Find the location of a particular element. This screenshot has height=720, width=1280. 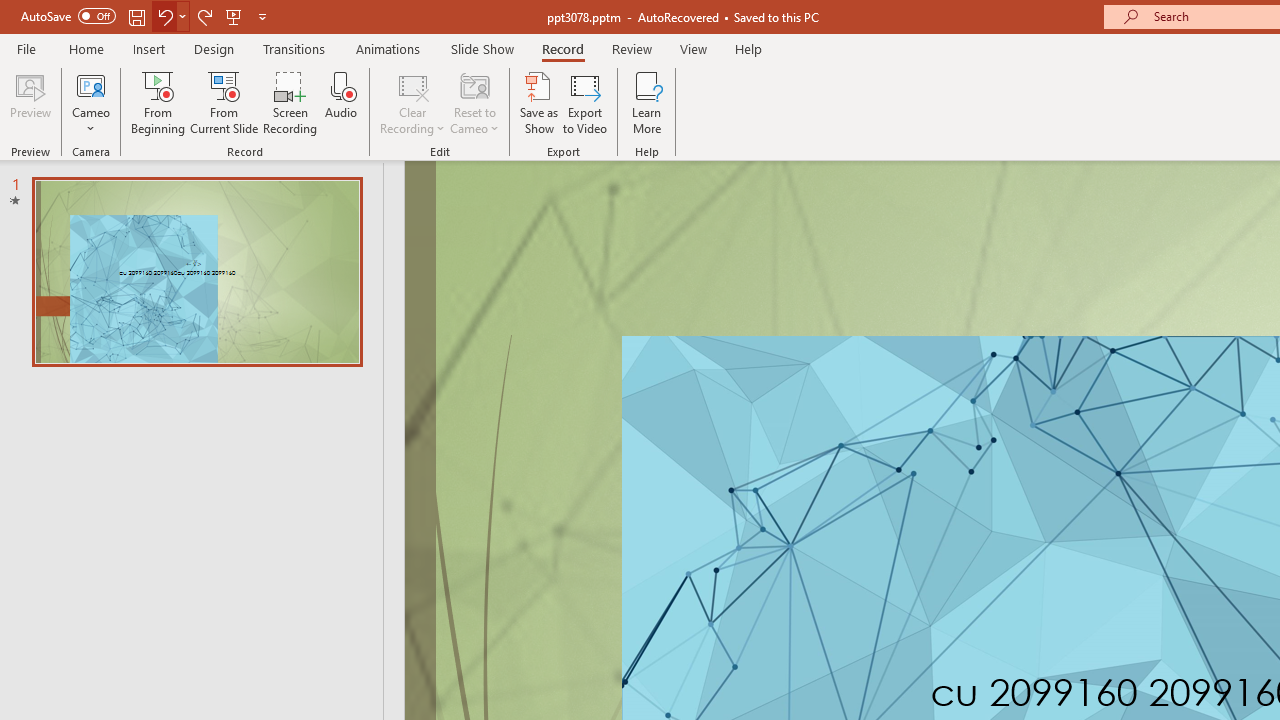

'Reset to Cameo' is located at coordinates (473, 103).